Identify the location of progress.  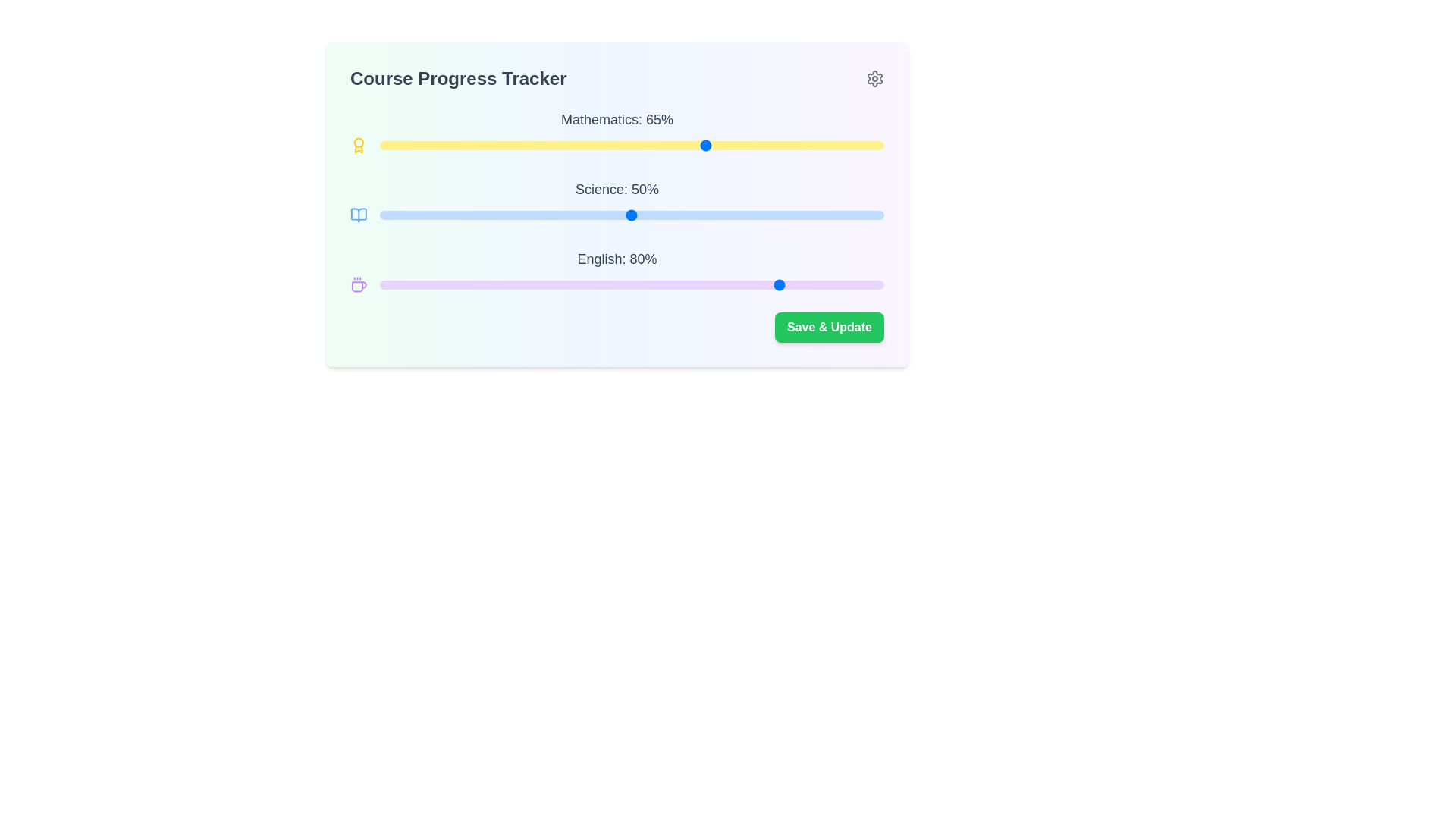
(585, 215).